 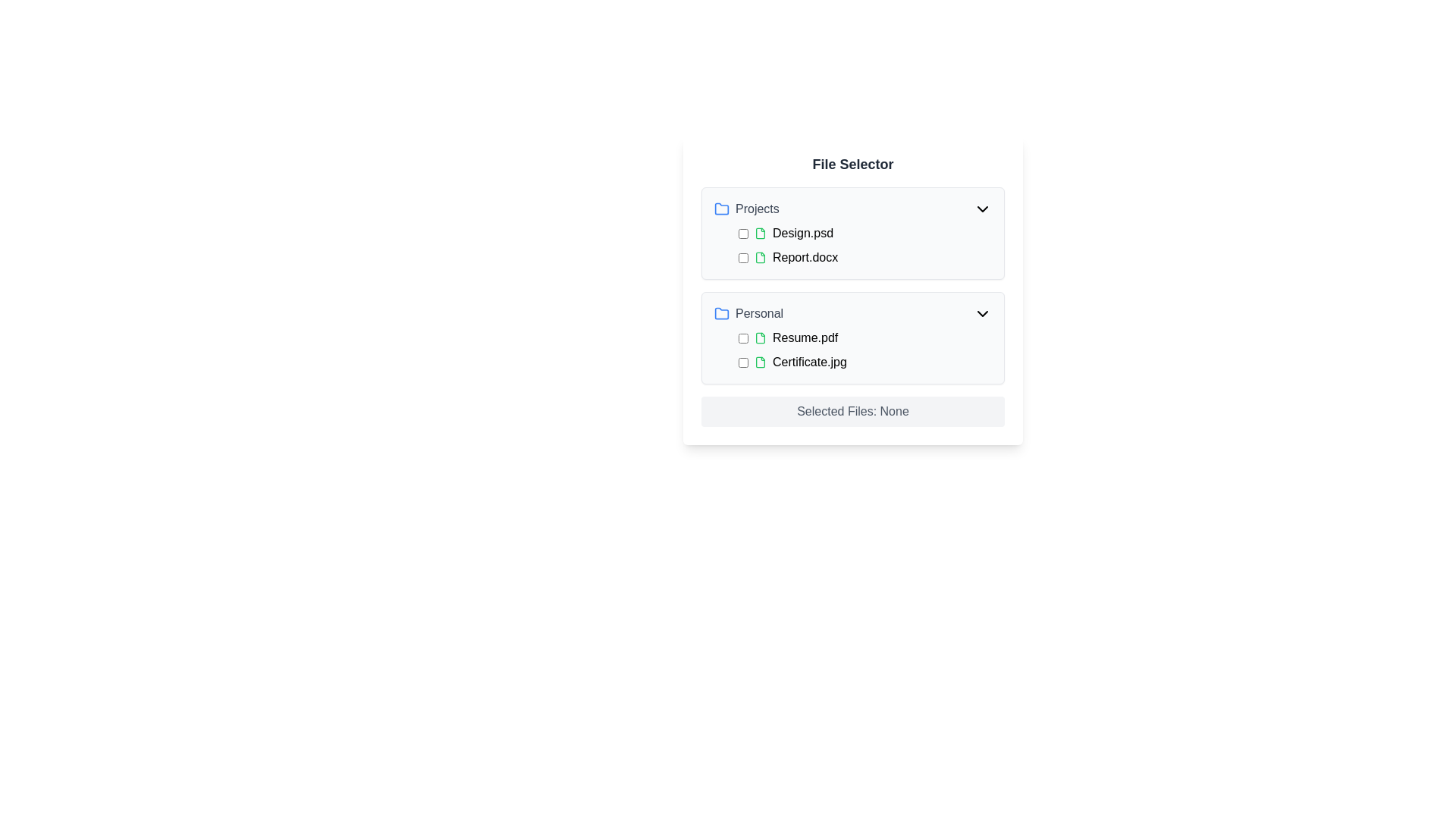 I want to click on the small green-colored file icon located next to the 'Resume.pdf' text in the 'Personal' section, so click(x=761, y=337).